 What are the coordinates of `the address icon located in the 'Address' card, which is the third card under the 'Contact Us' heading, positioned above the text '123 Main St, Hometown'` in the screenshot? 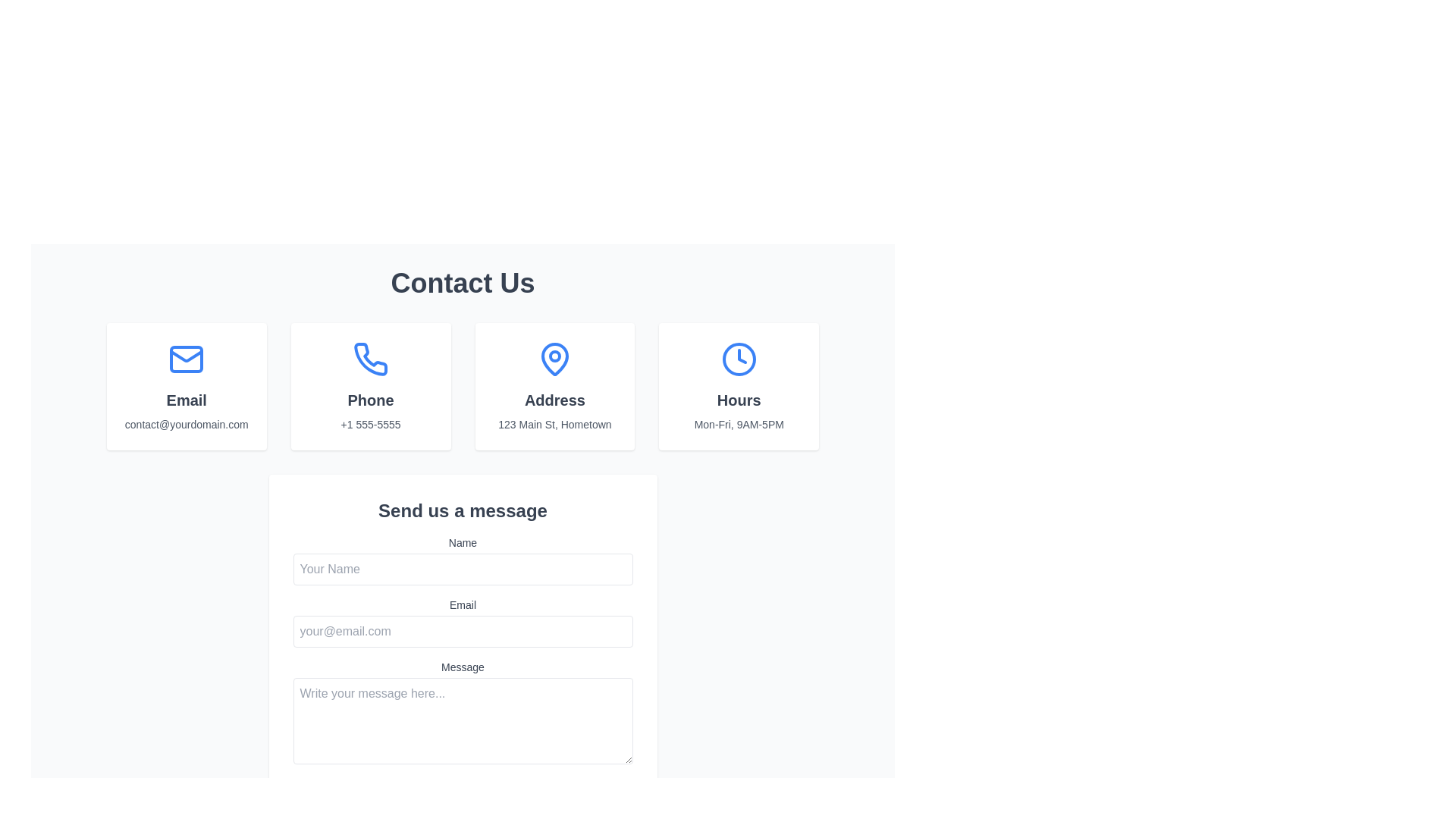 It's located at (554, 359).